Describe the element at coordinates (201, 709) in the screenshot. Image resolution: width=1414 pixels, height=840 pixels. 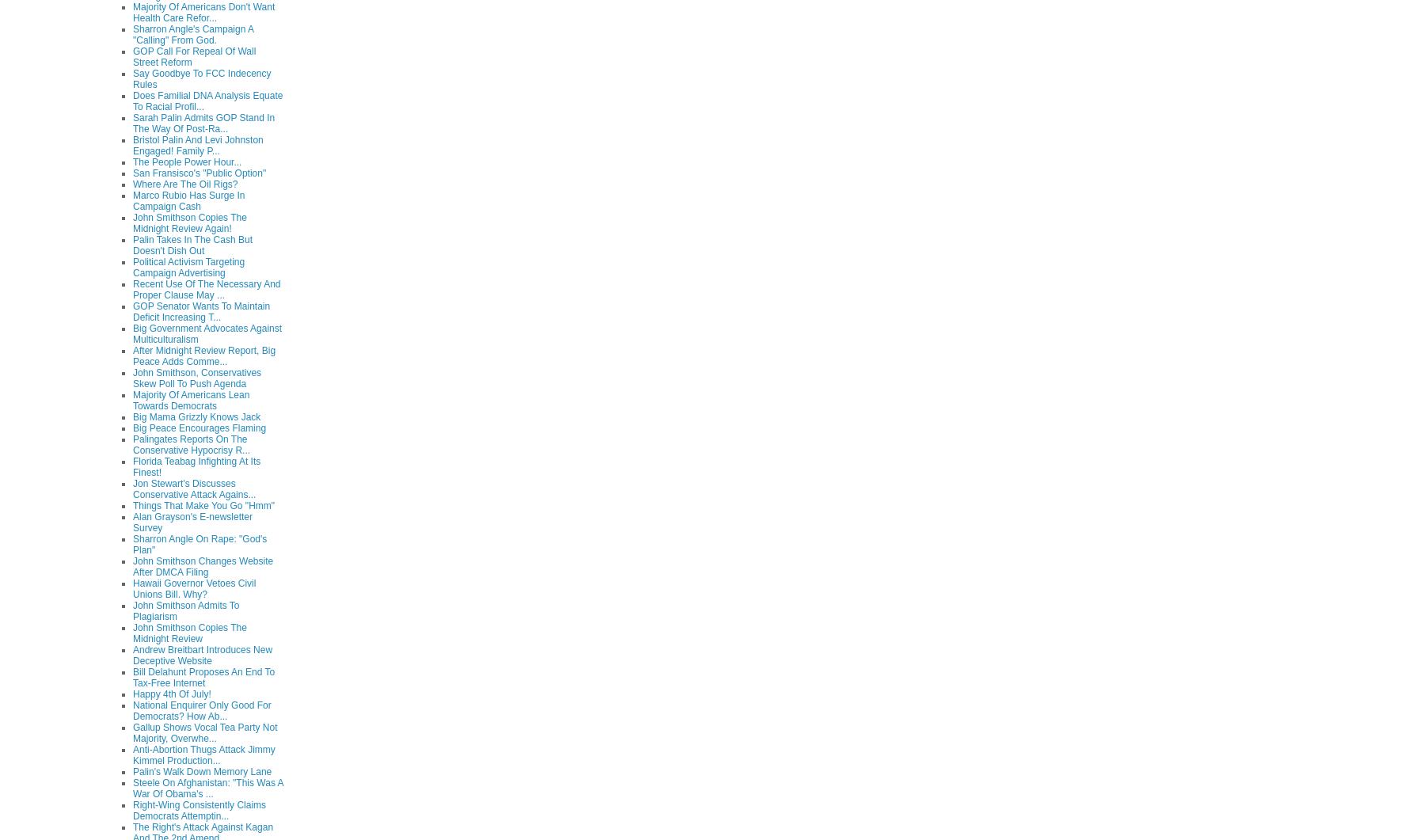
I see `'National Enquirer Only Good For Democrats?  How Ab...'` at that location.